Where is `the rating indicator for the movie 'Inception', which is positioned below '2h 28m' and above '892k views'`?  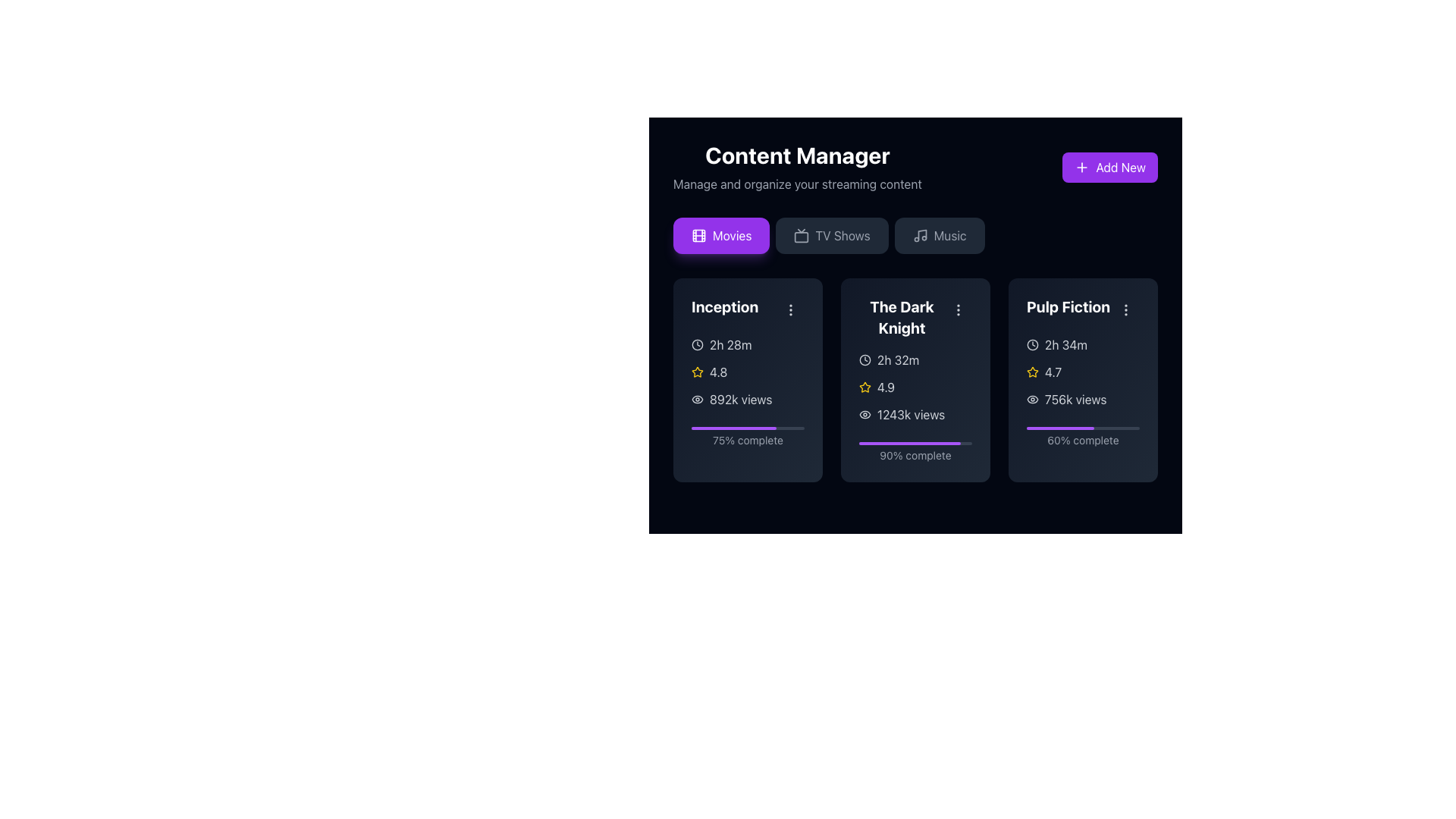 the rating indicator for the movie 'Inception', which is positioned below '2h 28m' and above '892k views' is located at coordinates (748, 372).